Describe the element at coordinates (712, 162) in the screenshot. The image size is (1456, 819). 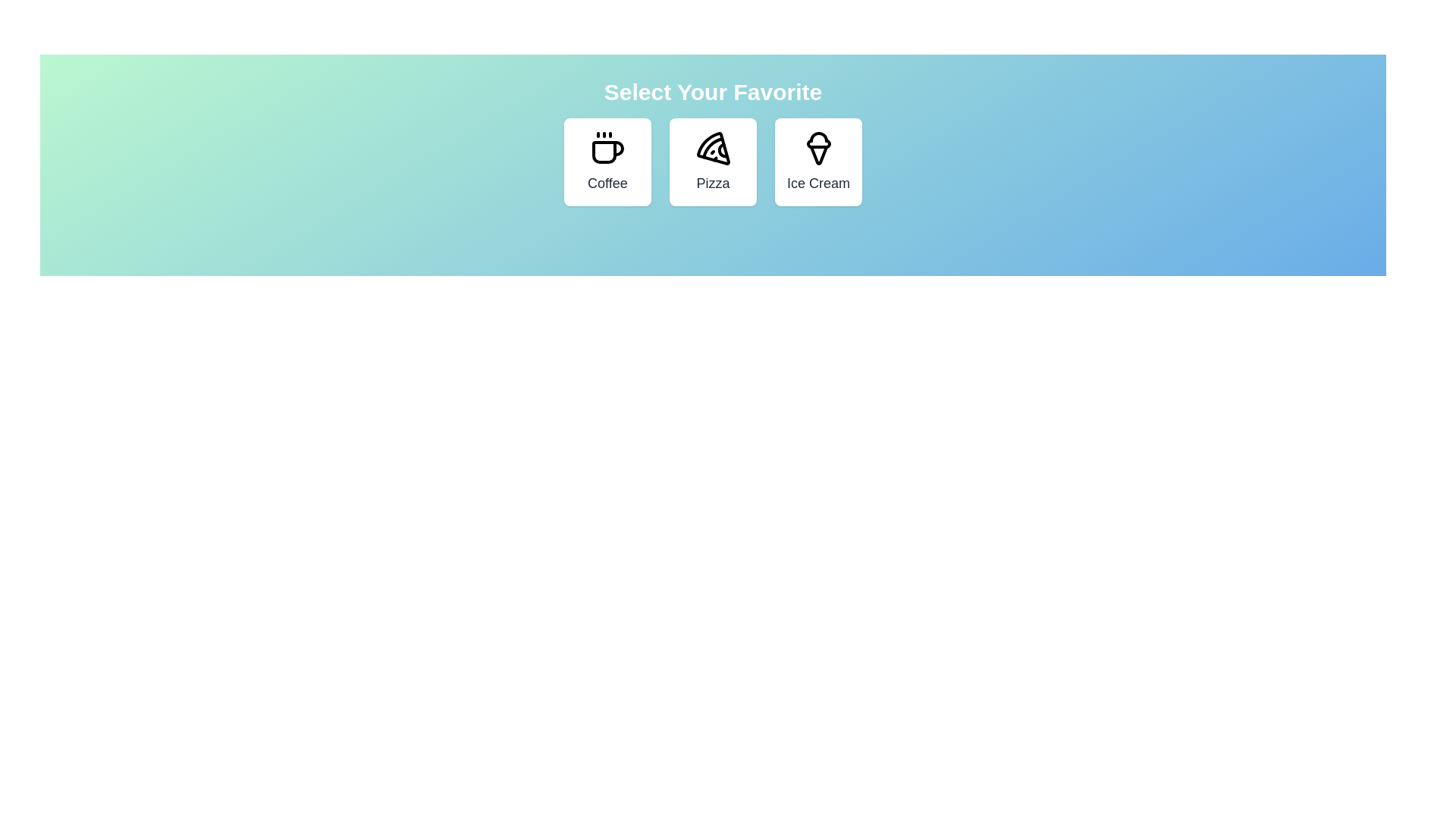
I see `the second selectable card in the grid labeled 'Pizza'` at that location.